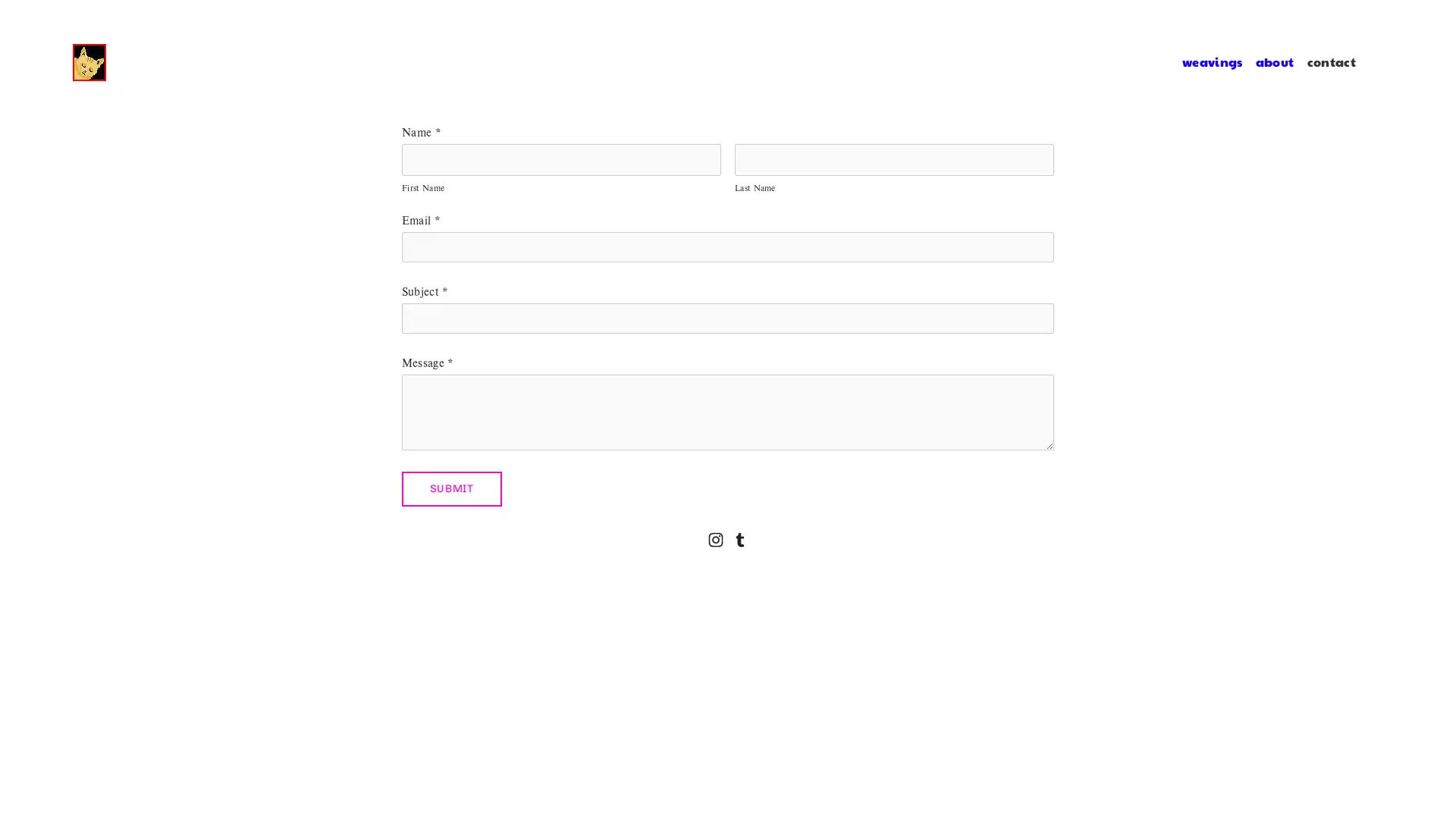 The image size is (1456, 819). I want to click on Submit, so click(450, 488).